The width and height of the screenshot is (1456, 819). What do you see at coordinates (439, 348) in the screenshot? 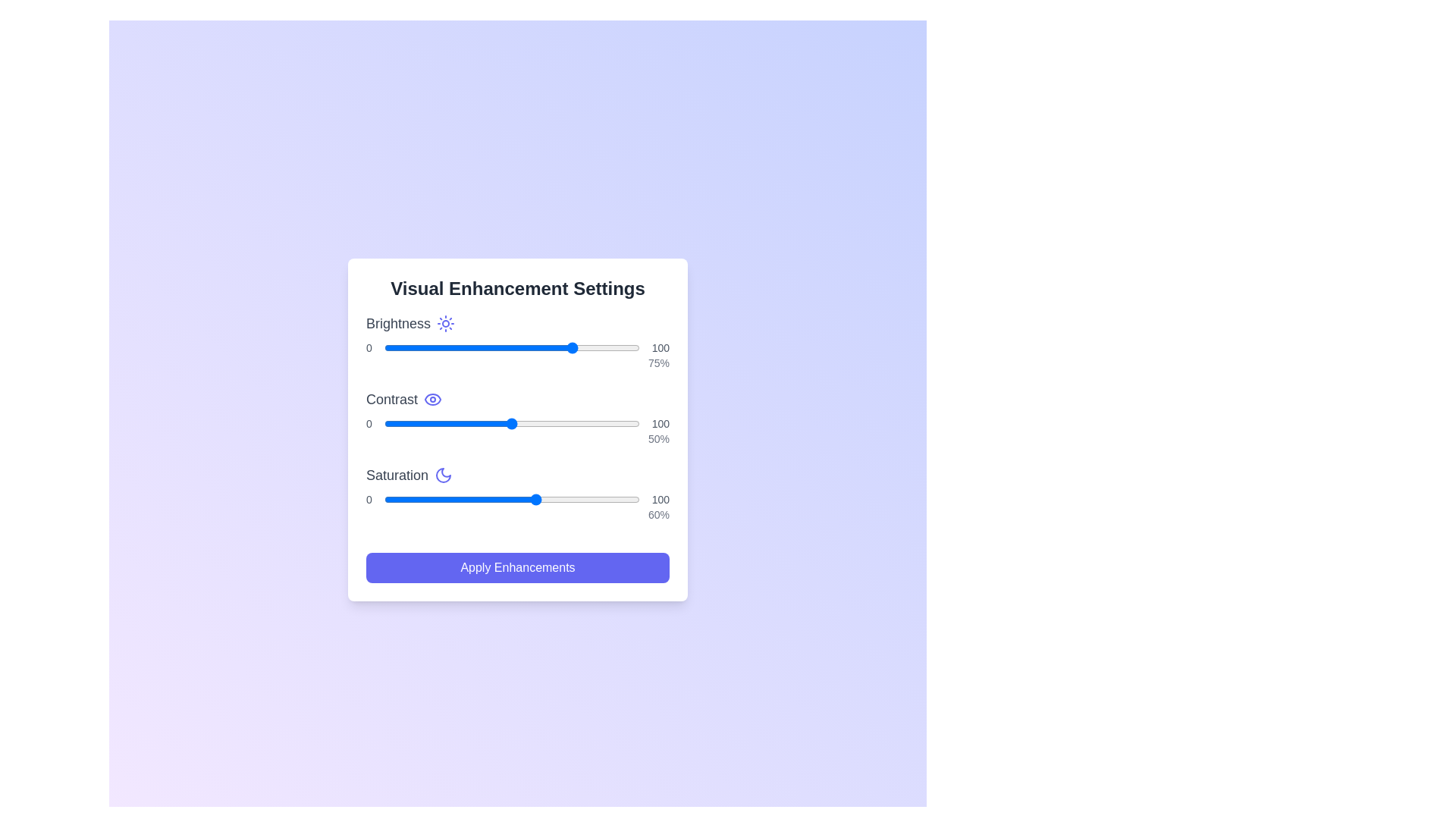
I see `the brightness slider to set the brightness level to 22` at bounding box center [439, 348].